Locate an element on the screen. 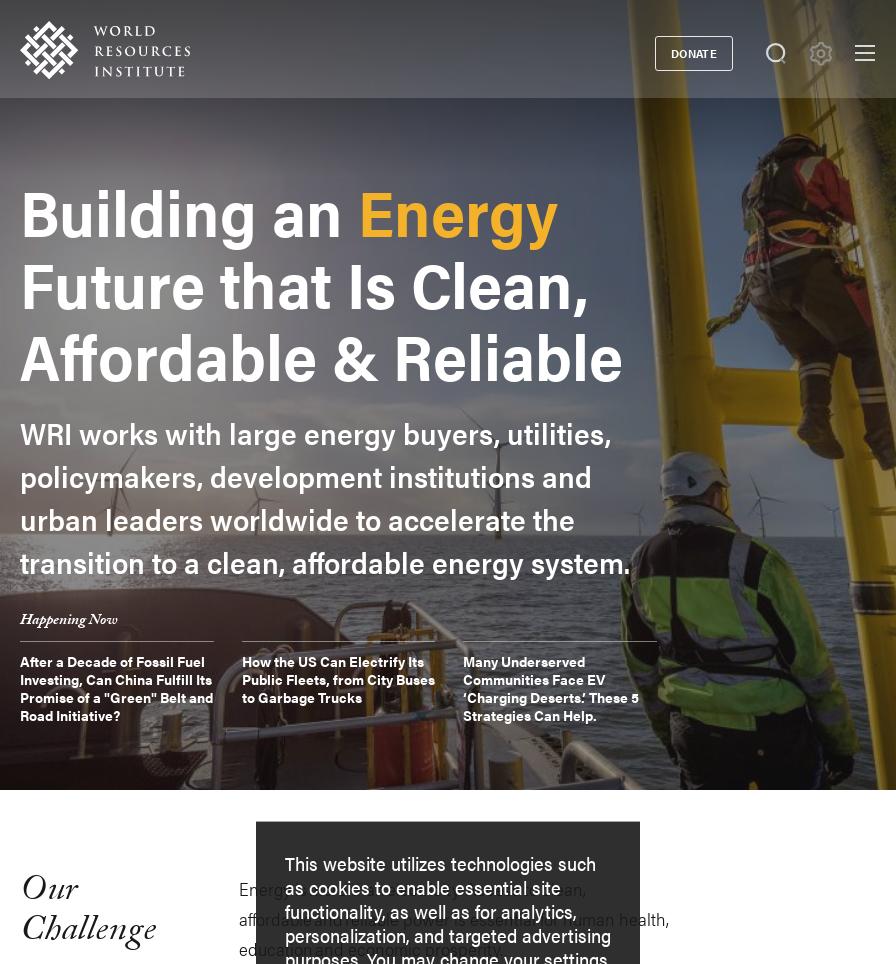  'Water' is located at coordinates (119, 692).